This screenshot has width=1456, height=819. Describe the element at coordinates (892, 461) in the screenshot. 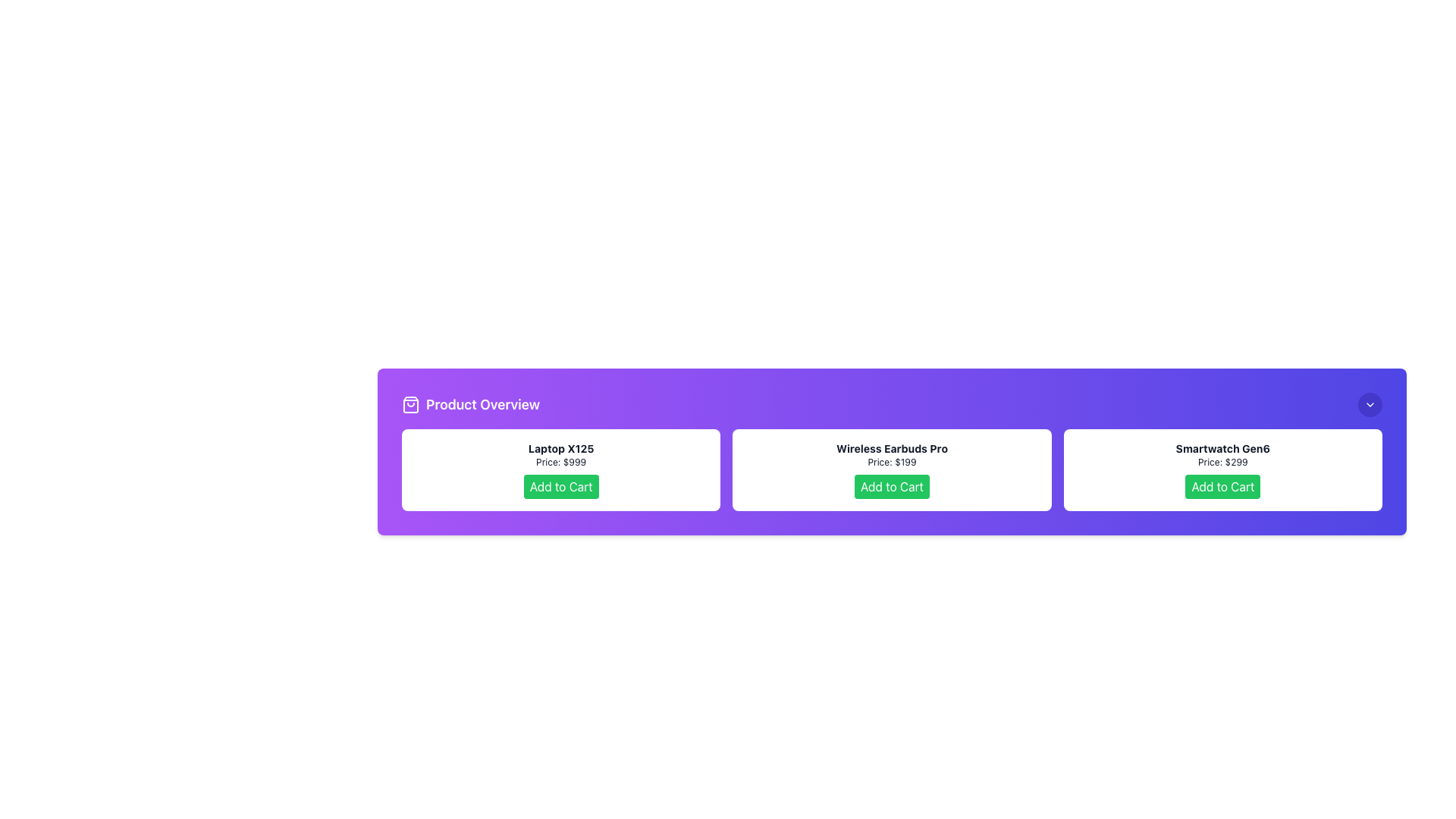

I see `the text label displaying 'Price: $199', which is positioned beneath the product title 'Wireless Earbuds Pro' and above the 'Add to Cart' button within a card layout` at that location.